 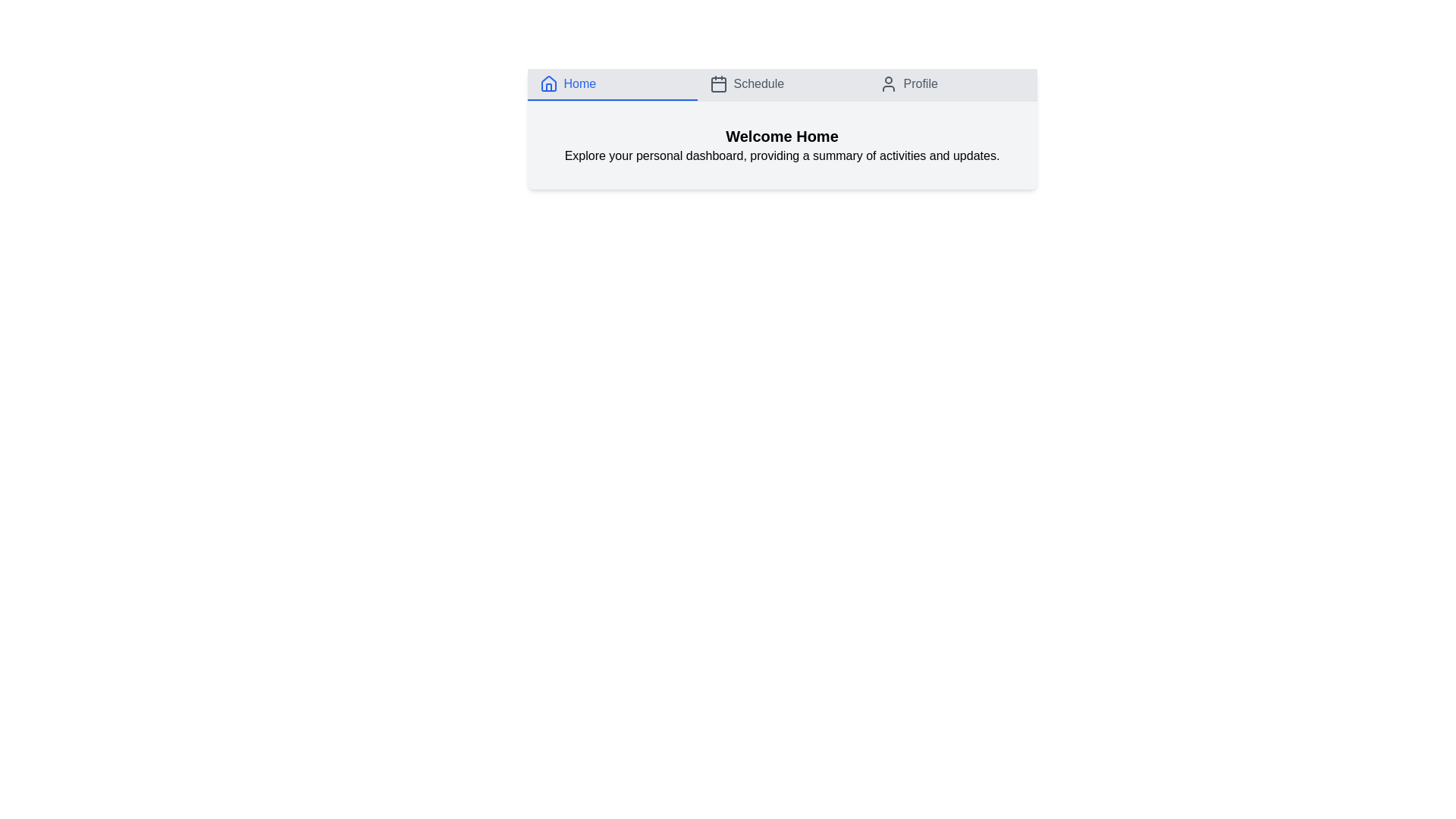 What do you see at coordinates (782, 84) in the screenshot?
I see `the Schedule tab` at bounding box center [782, 84].